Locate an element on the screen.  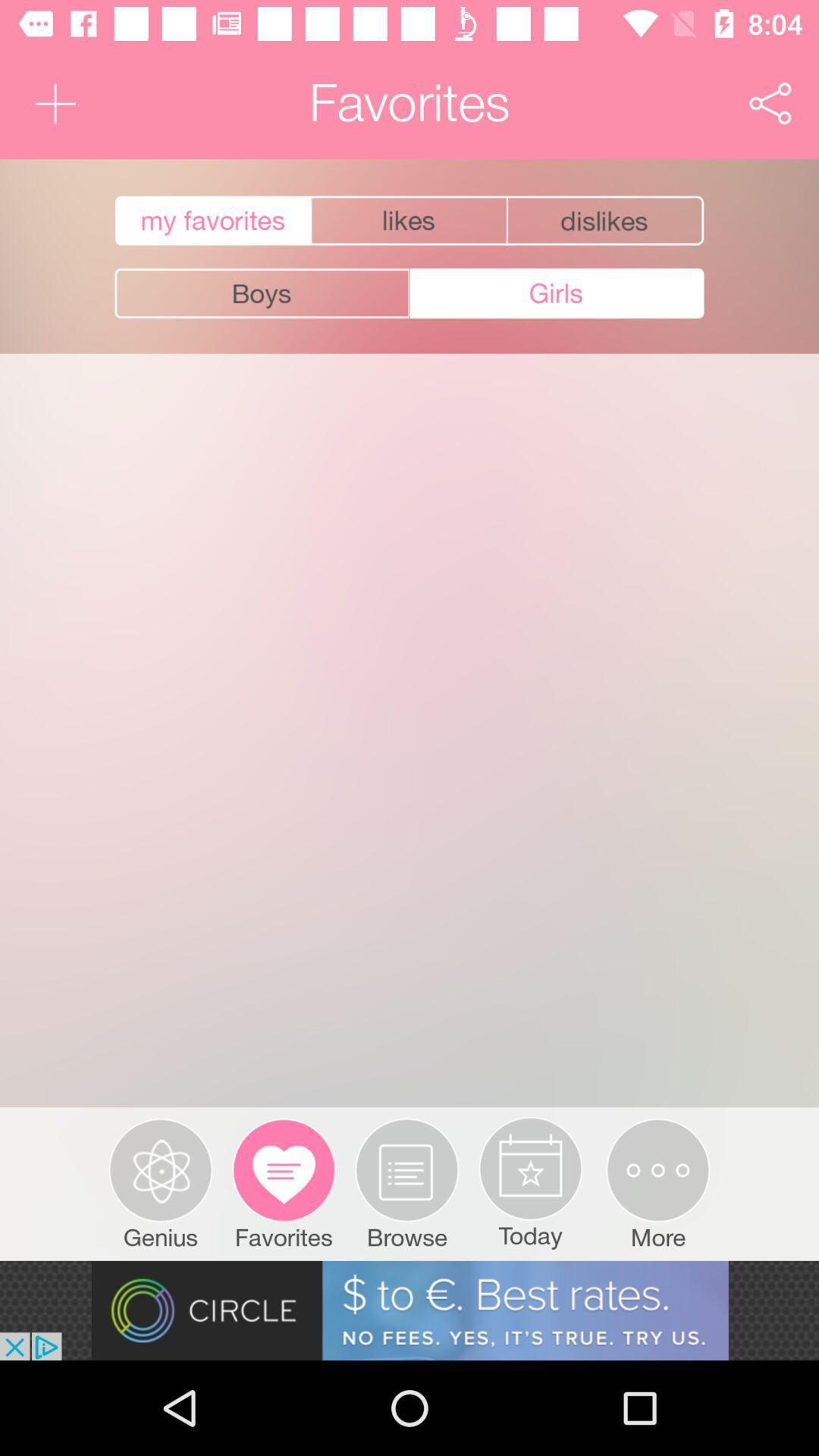
favourite options is located at coordinates (606, 220).